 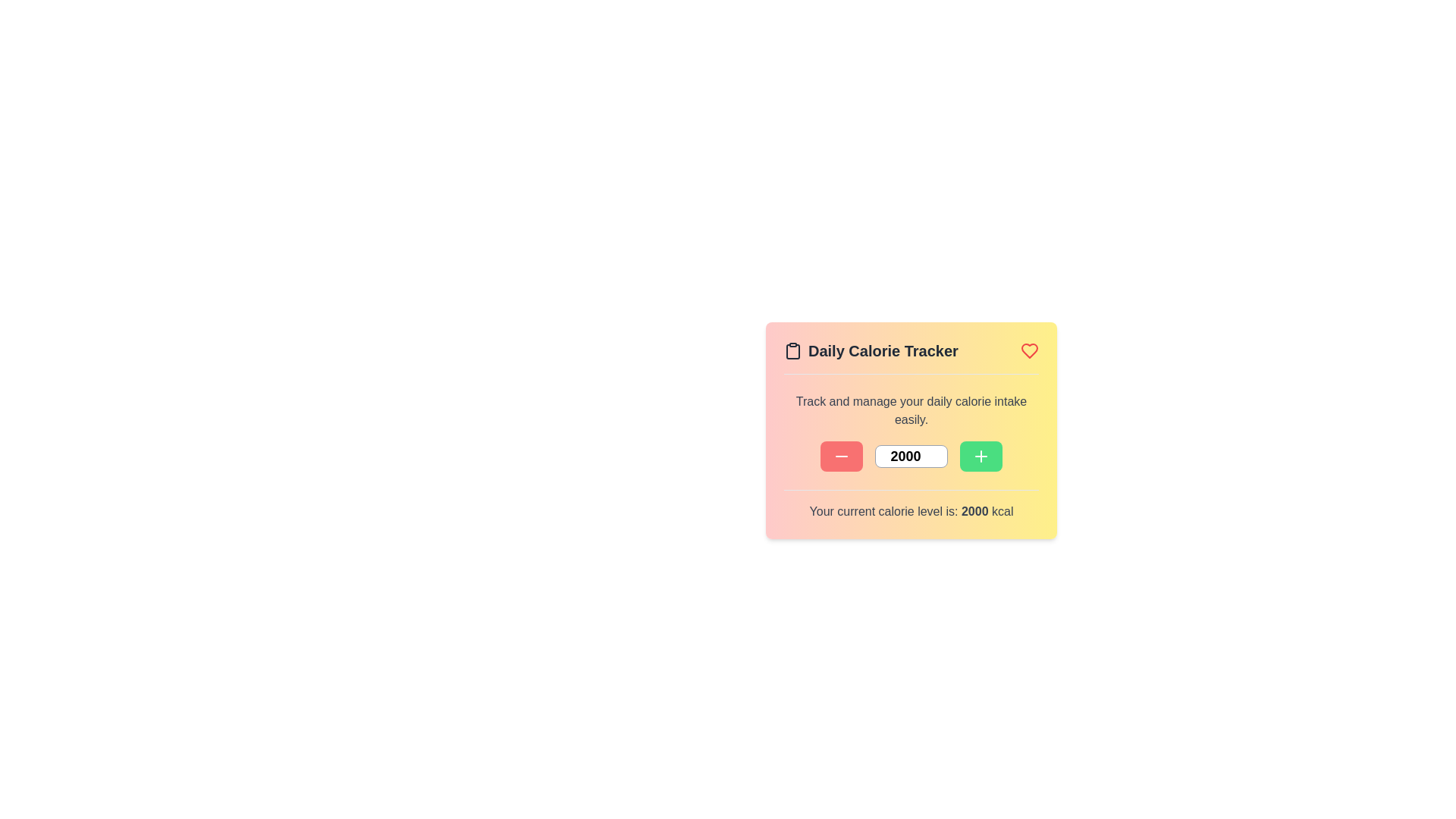 What do you see at coordinates (910, 455) in the screenshot?
I see `inside the number input box that displays '2000'` at bounding box center [910, 455].